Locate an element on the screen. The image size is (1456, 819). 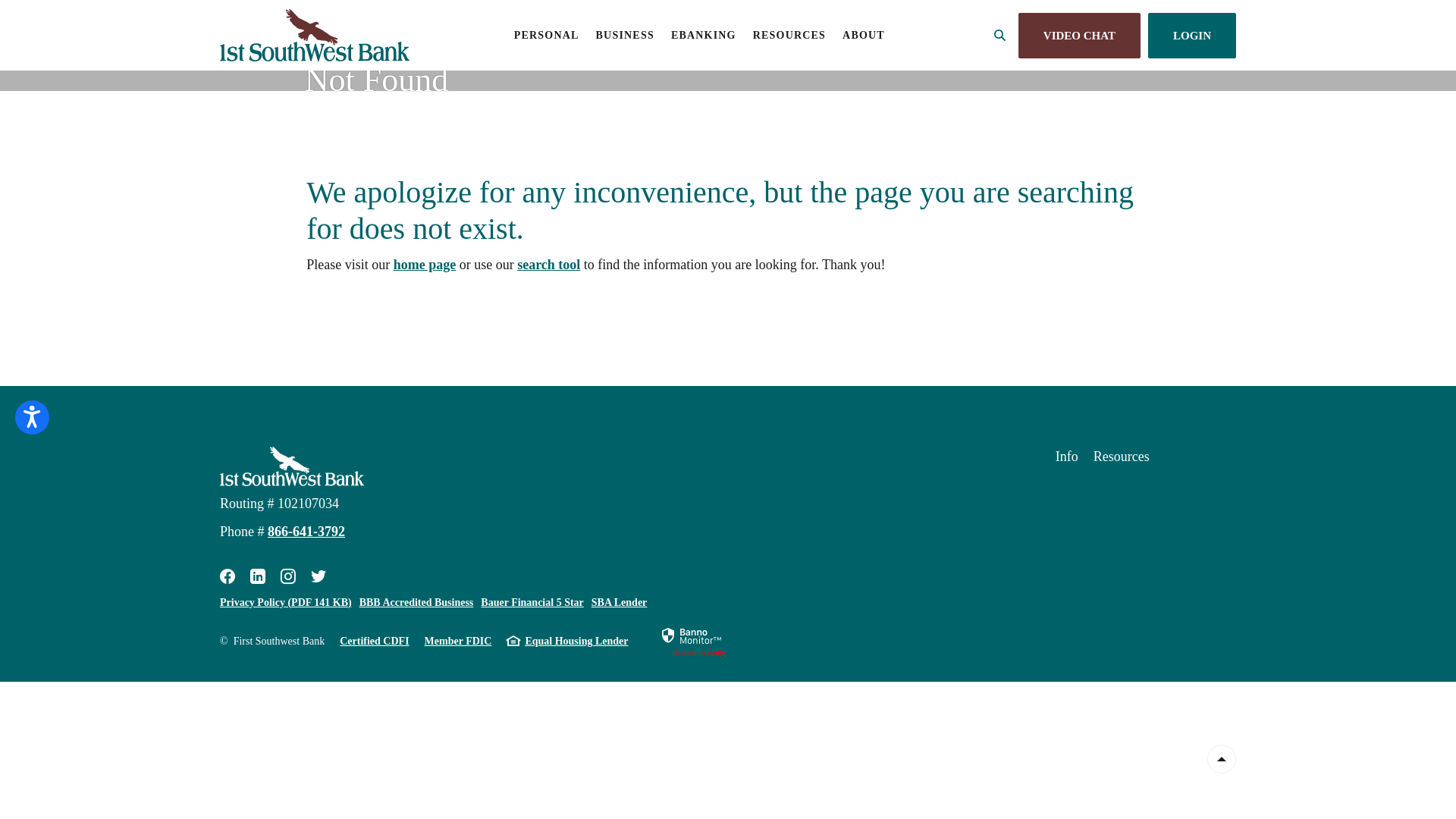
'First Southwest Bank, Alamosa, CO' is located at coordinates (313, 34).